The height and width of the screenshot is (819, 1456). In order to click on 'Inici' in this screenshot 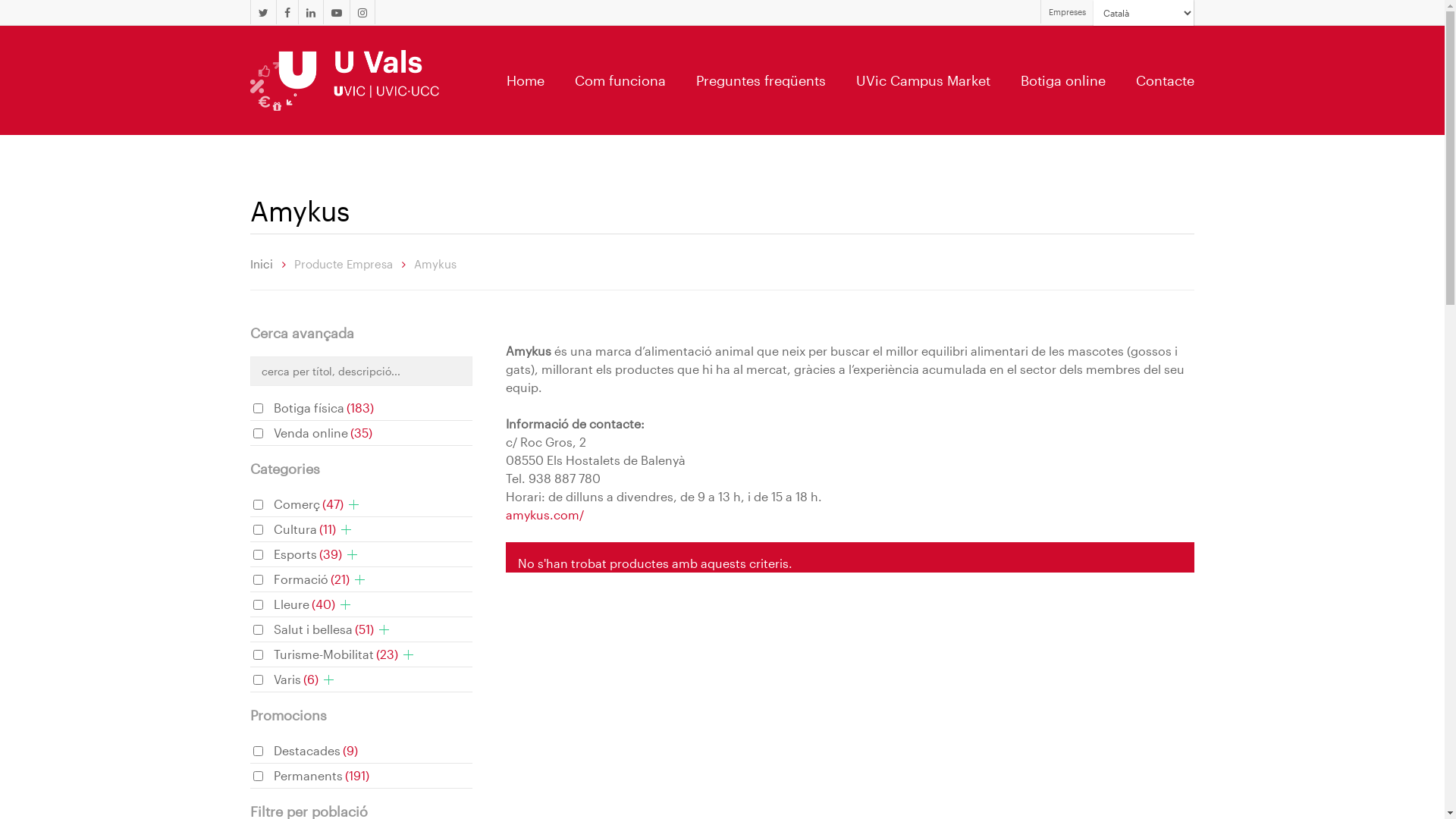, I will do `click(250, 263)`.